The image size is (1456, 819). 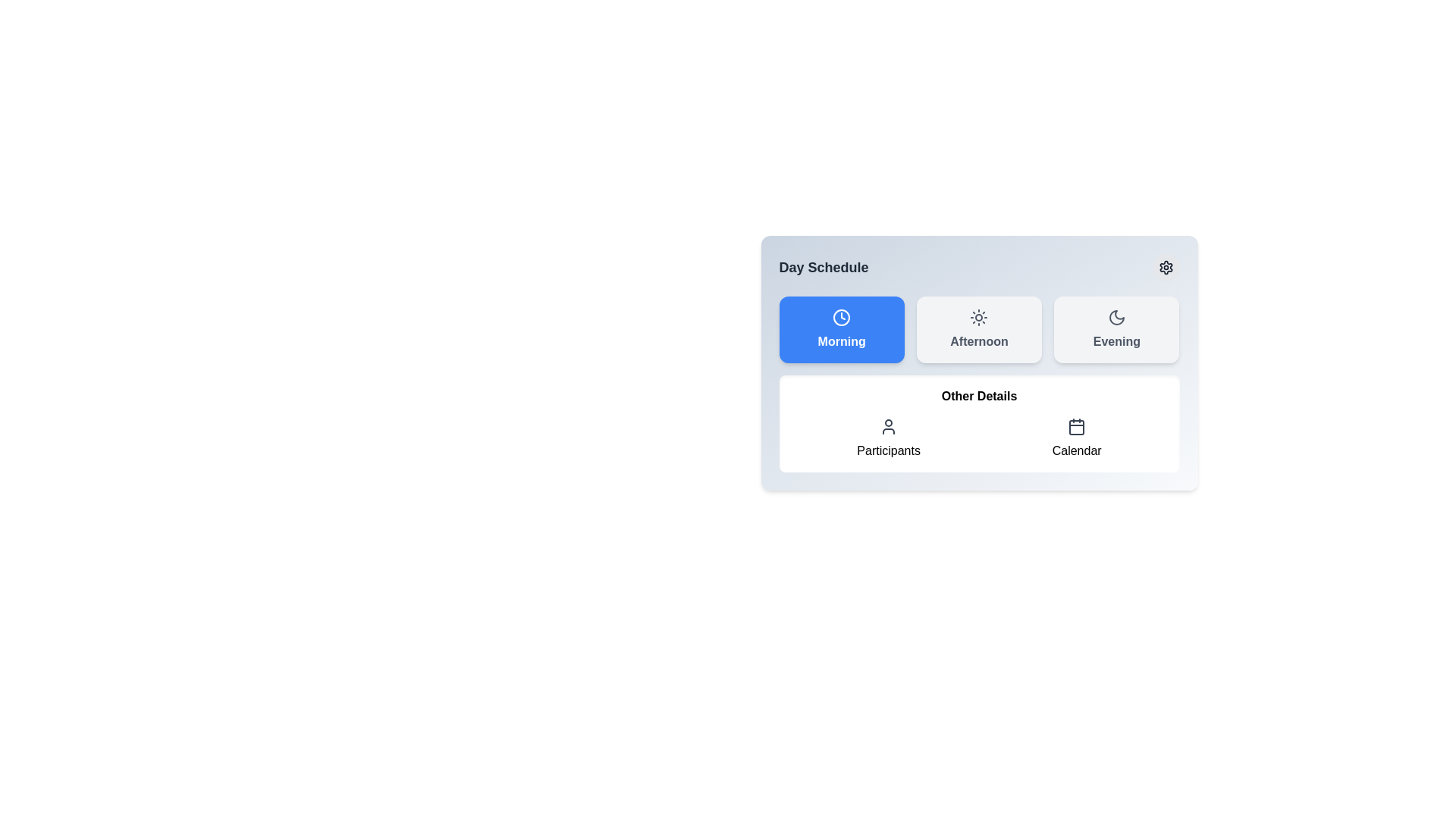 I want to click on the text label that describes the functionality related to scheduling or viewing participants, positioned below the user icon in the 'Other Details' section, so click(x=889, y=450).